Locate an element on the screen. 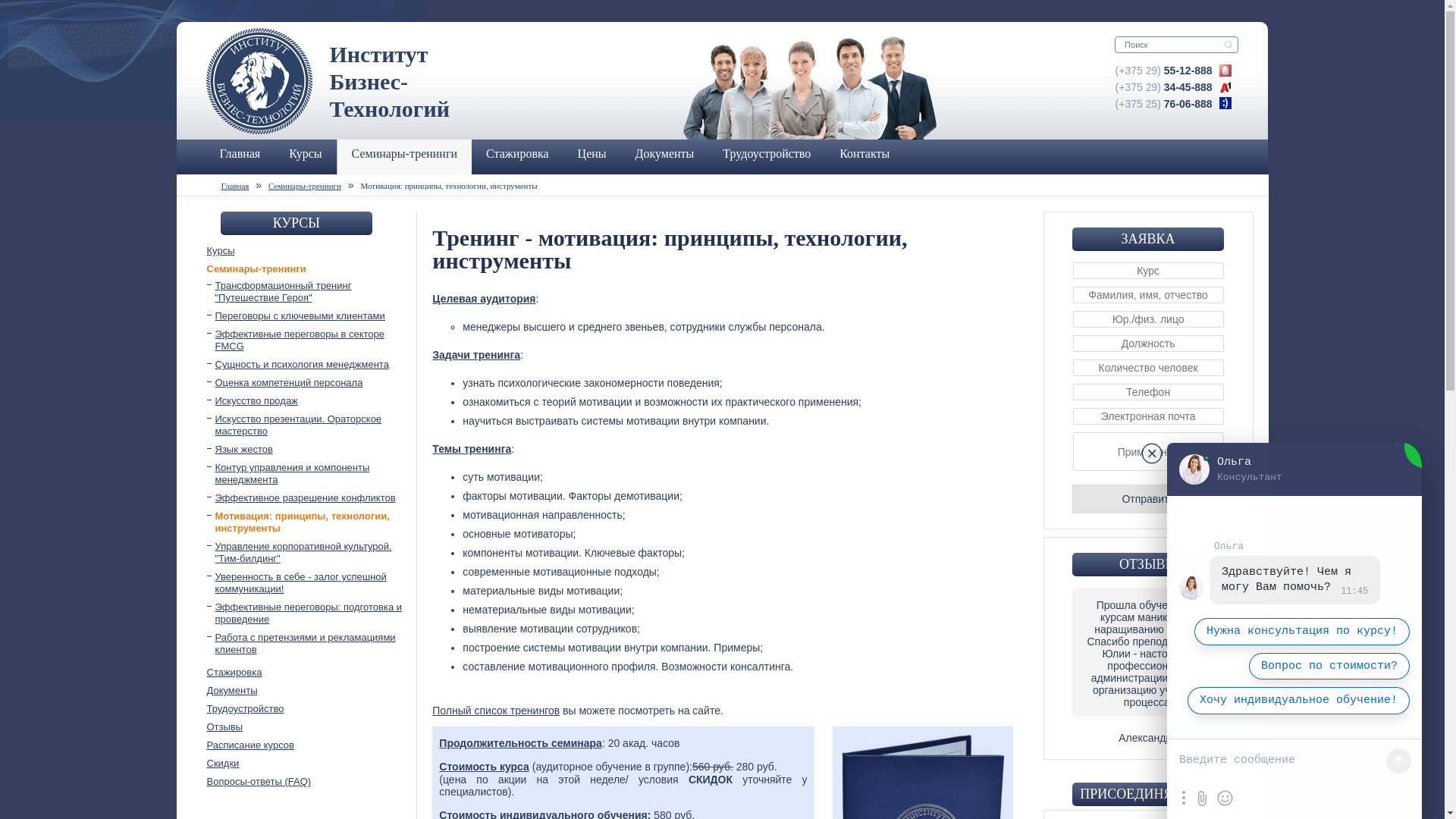  '(+375 25) 76-06-888' is located at coordinates (1163, 103).